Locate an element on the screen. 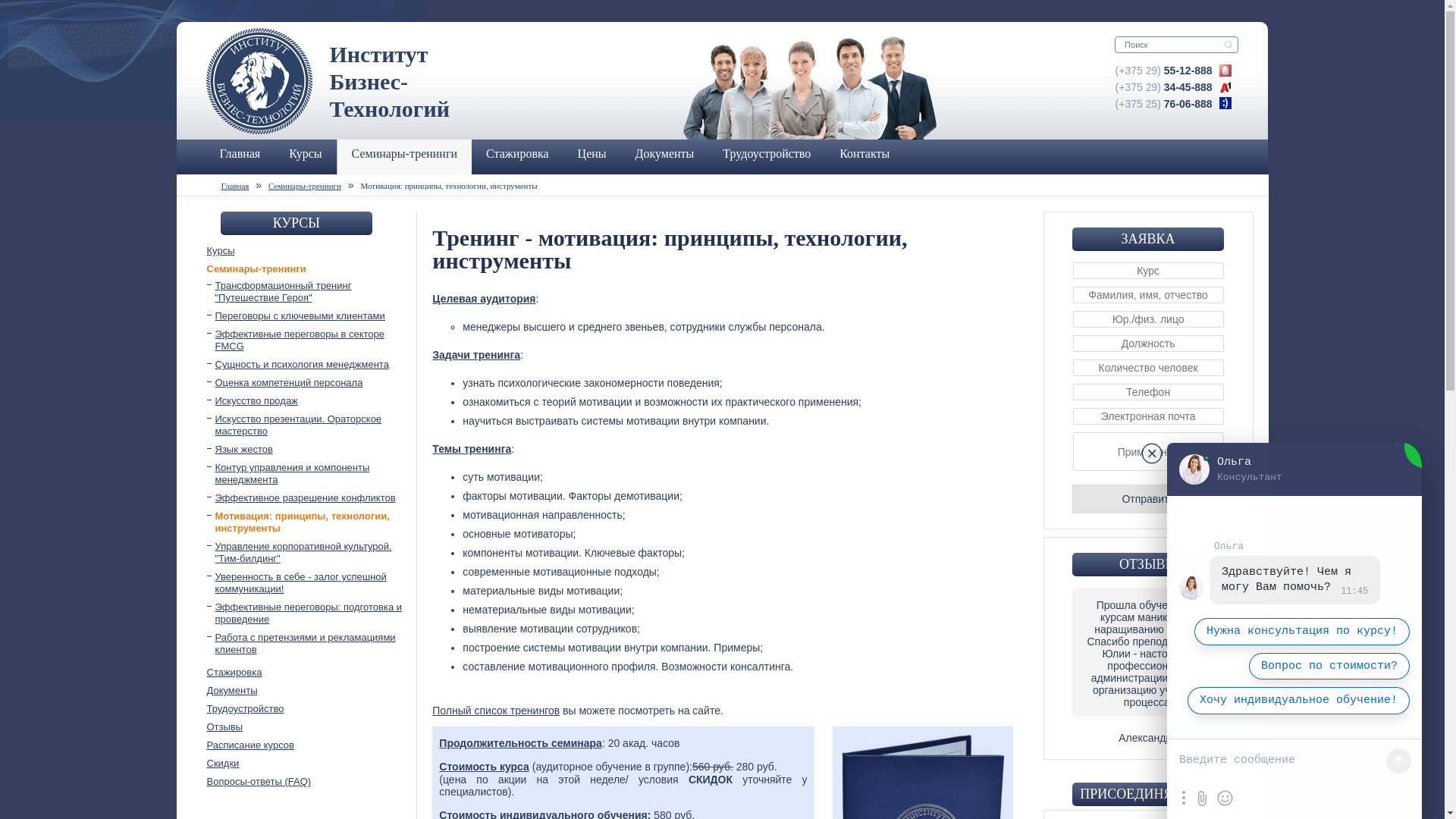  '(+375 25) 76-06-888' is located at coordinates (1163, 103).